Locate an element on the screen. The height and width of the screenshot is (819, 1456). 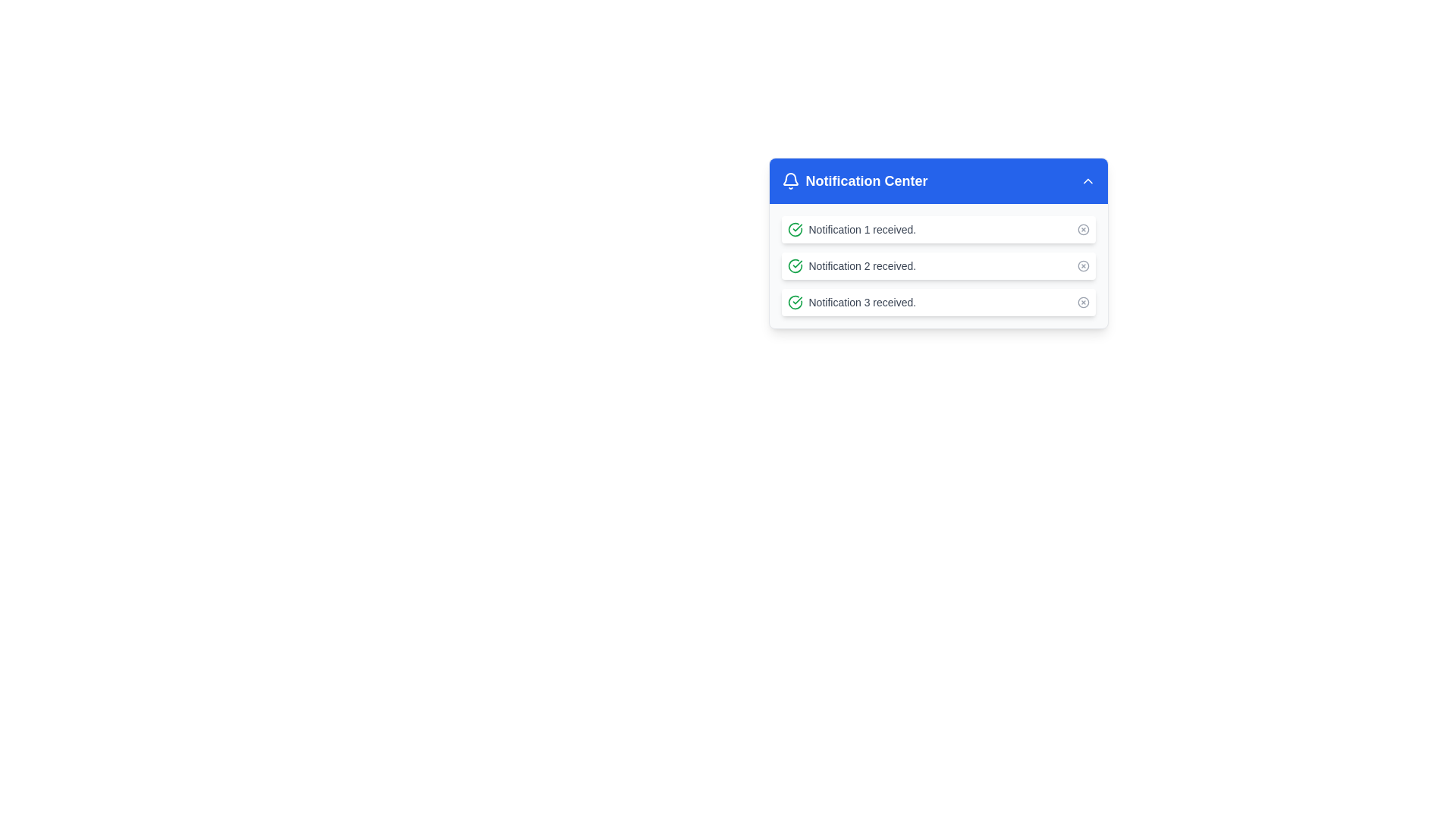
the circular icon with a green outline and check mark symbol, located to the left of the text label 'Notification 1 received' is located at coordinates (794, 230).